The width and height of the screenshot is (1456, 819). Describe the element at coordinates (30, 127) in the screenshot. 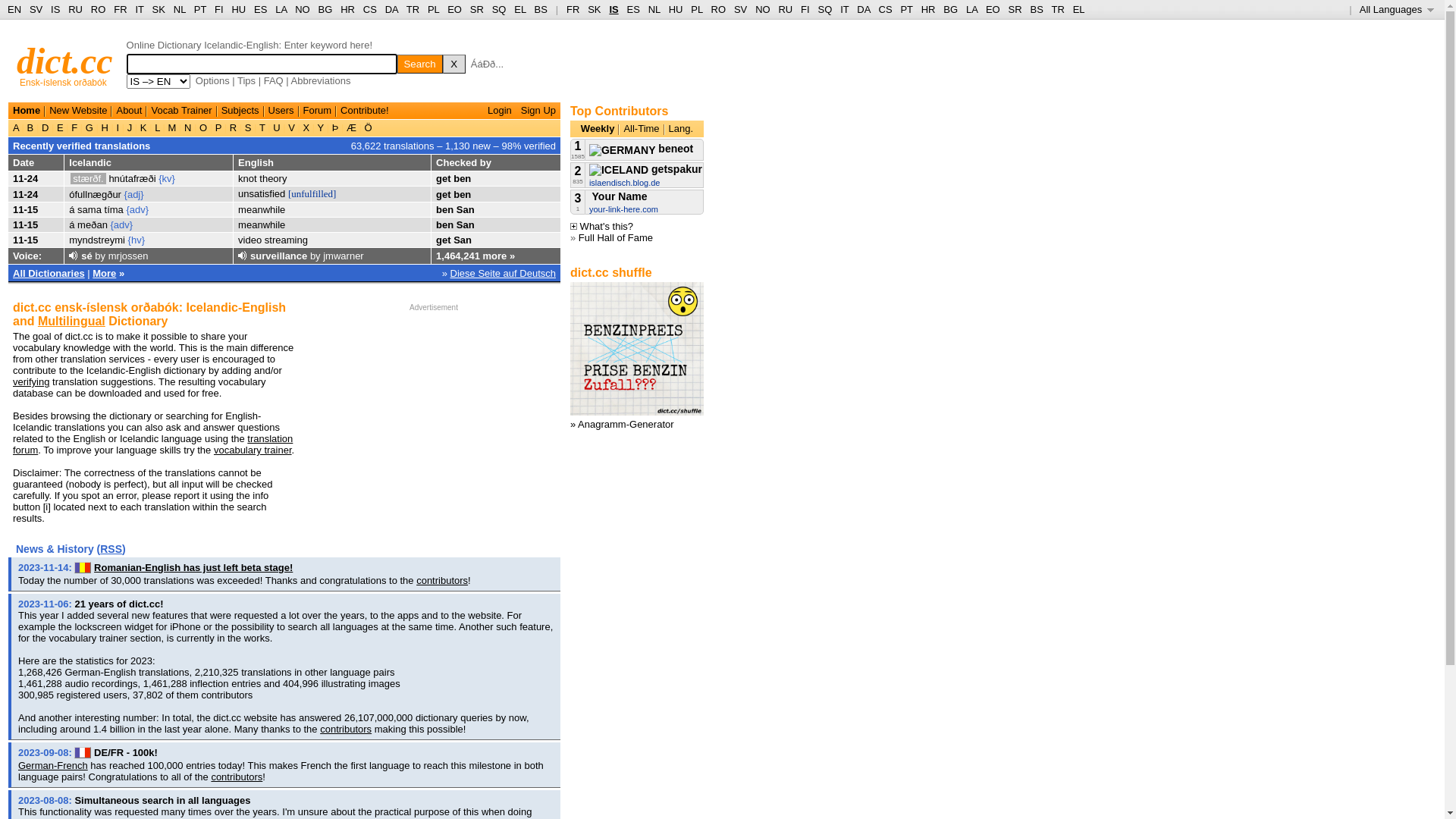

I see `'B'` at that location.